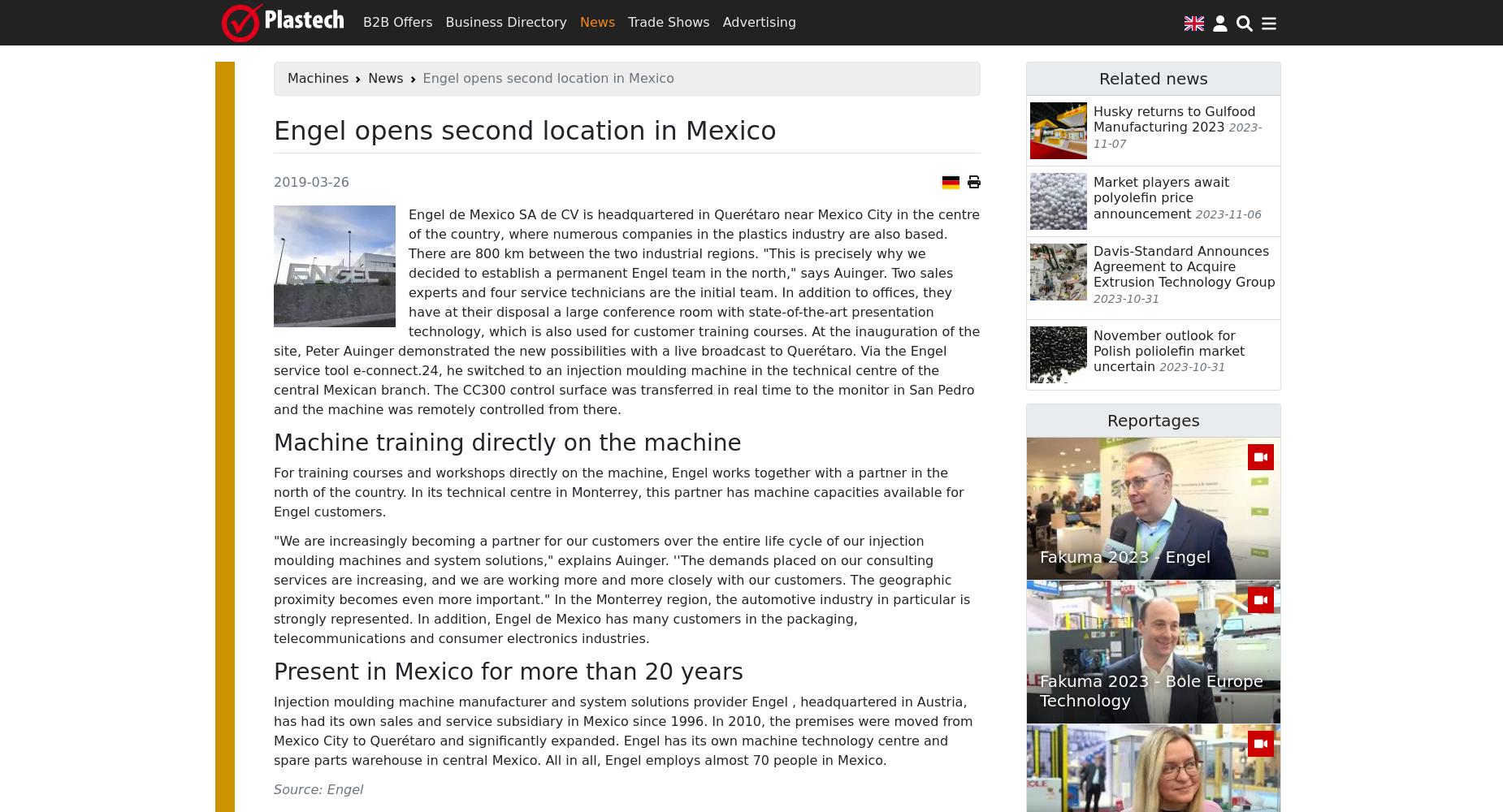 This screenshot has width=1503, height=812. What do you see at coordinates (1153, 420) in the screenshot?
I see `'Reportages'` at bounding box center [1153, 420].